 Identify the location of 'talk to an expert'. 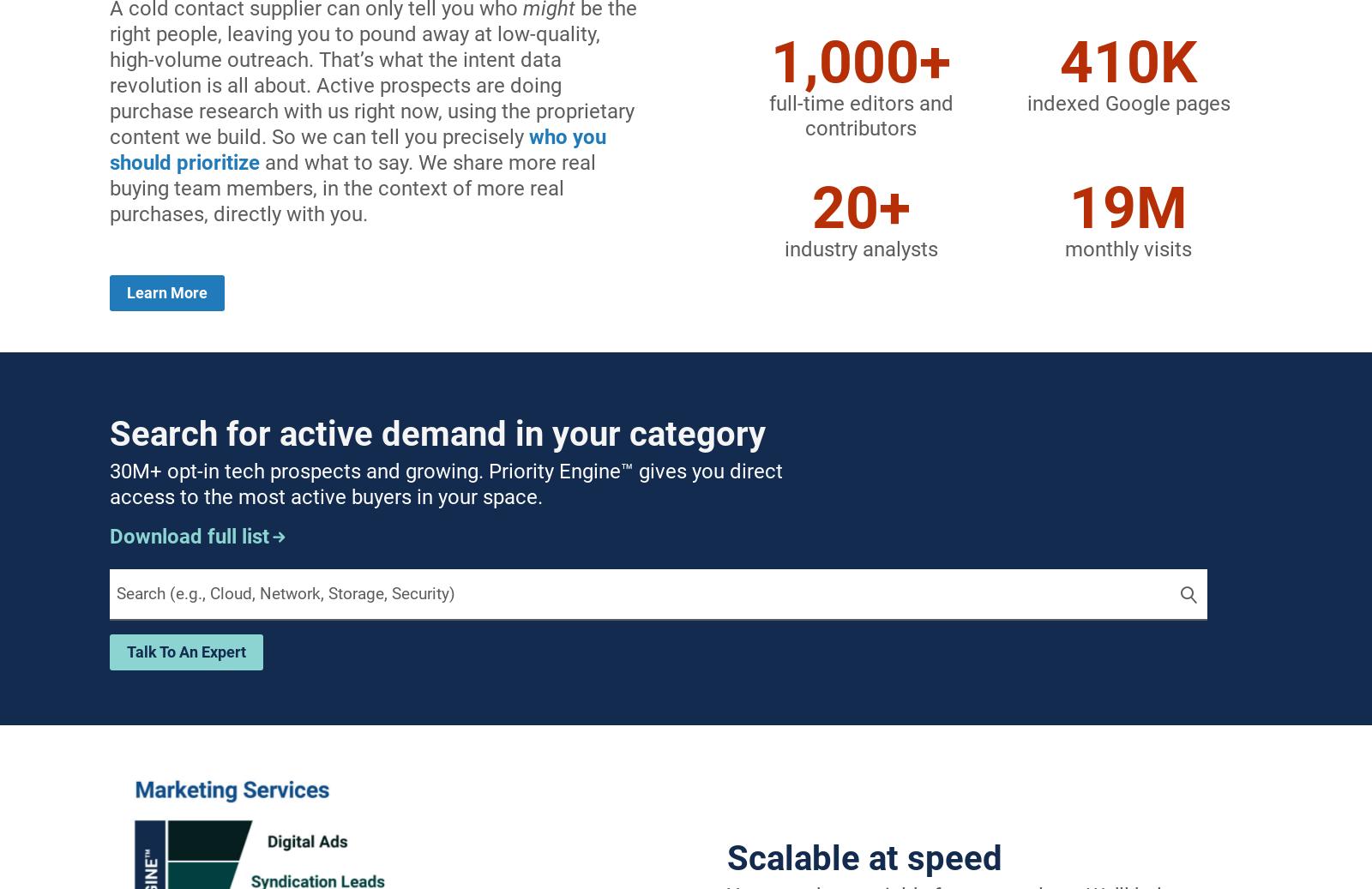
(186, 651).